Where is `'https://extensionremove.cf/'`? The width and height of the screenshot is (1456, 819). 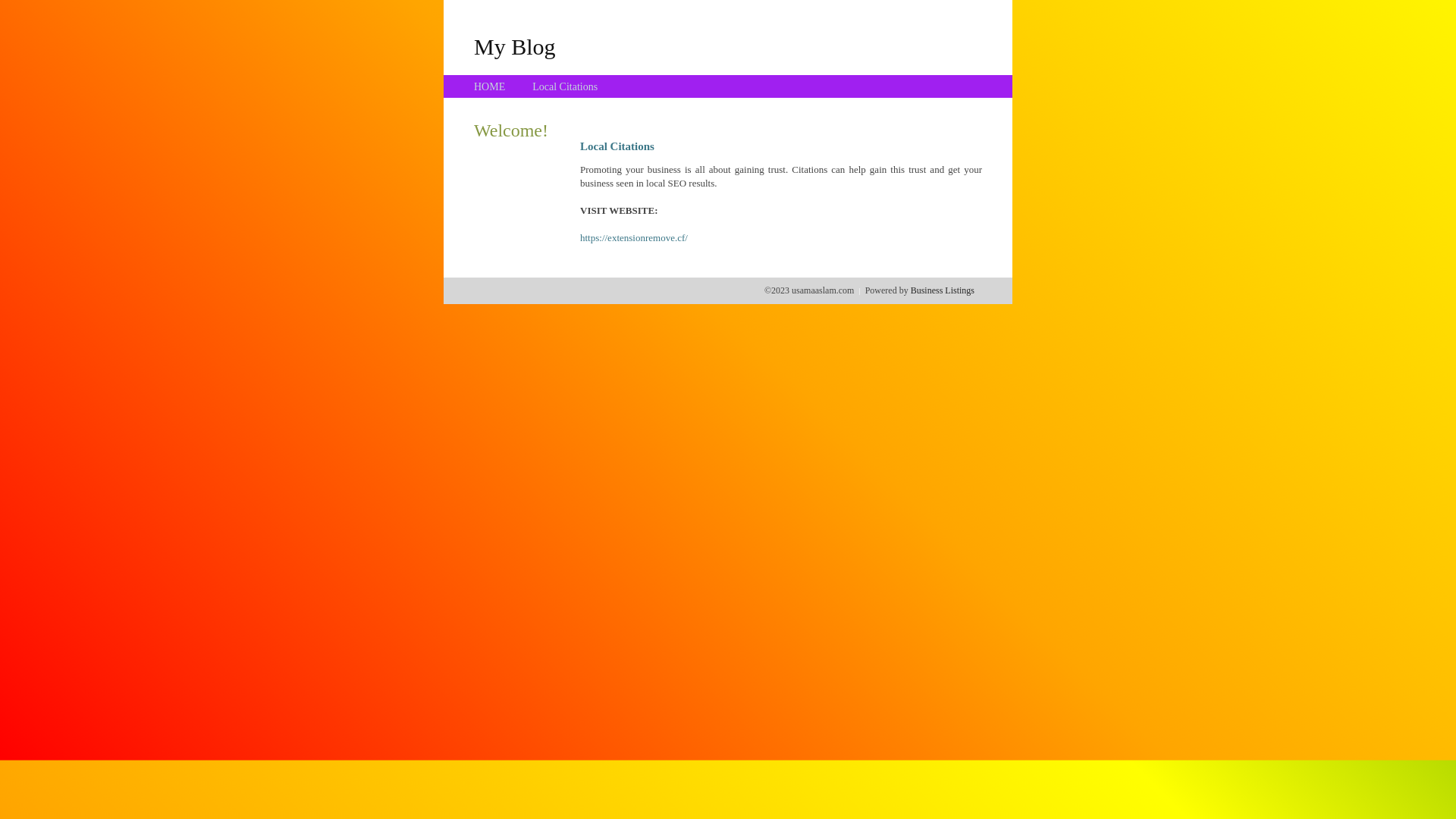
'https://extensionremove.cf/' is located at coordinates (579, 237).